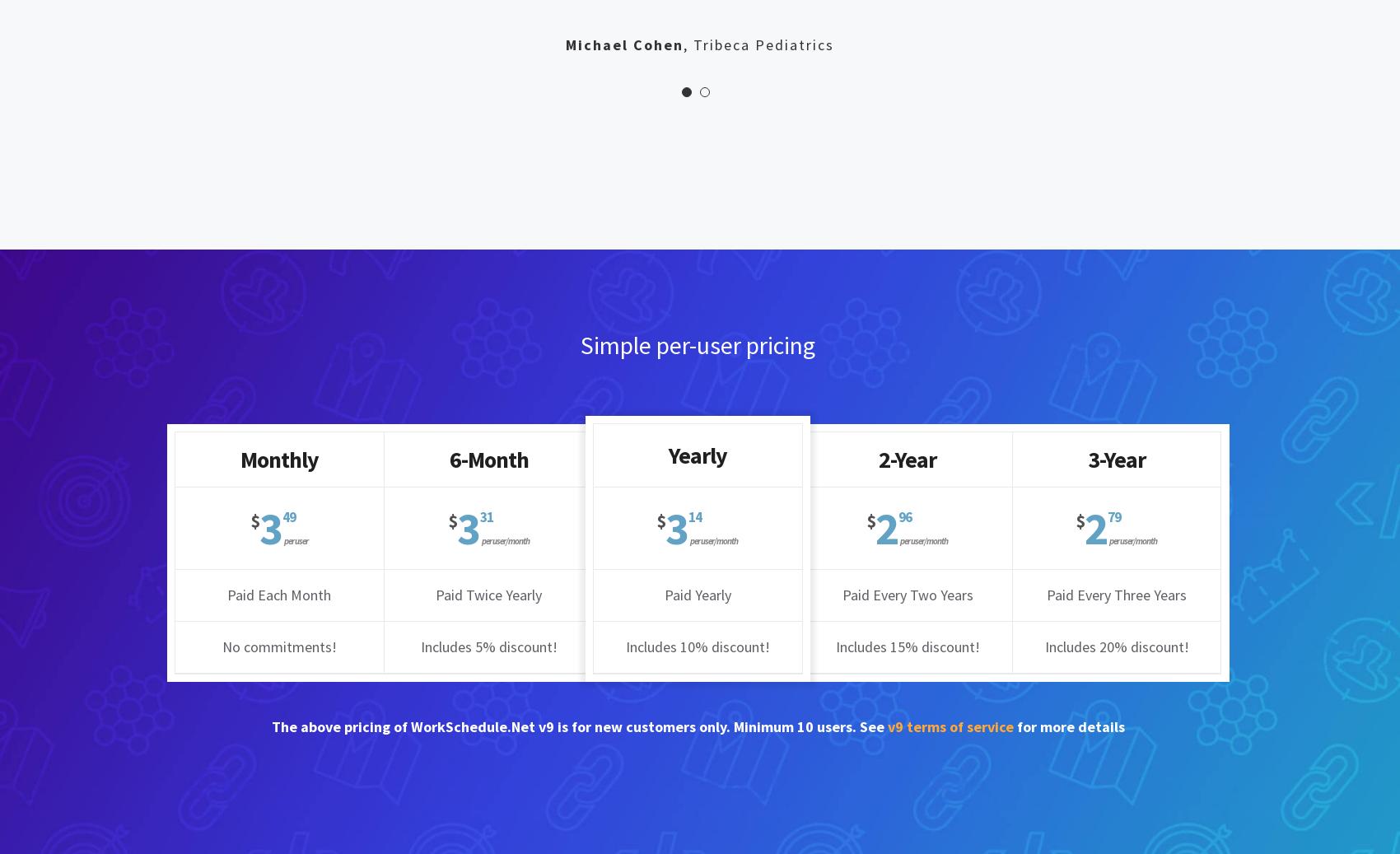  I want to click on 'Includes 15% discount!', so click(907, 646).